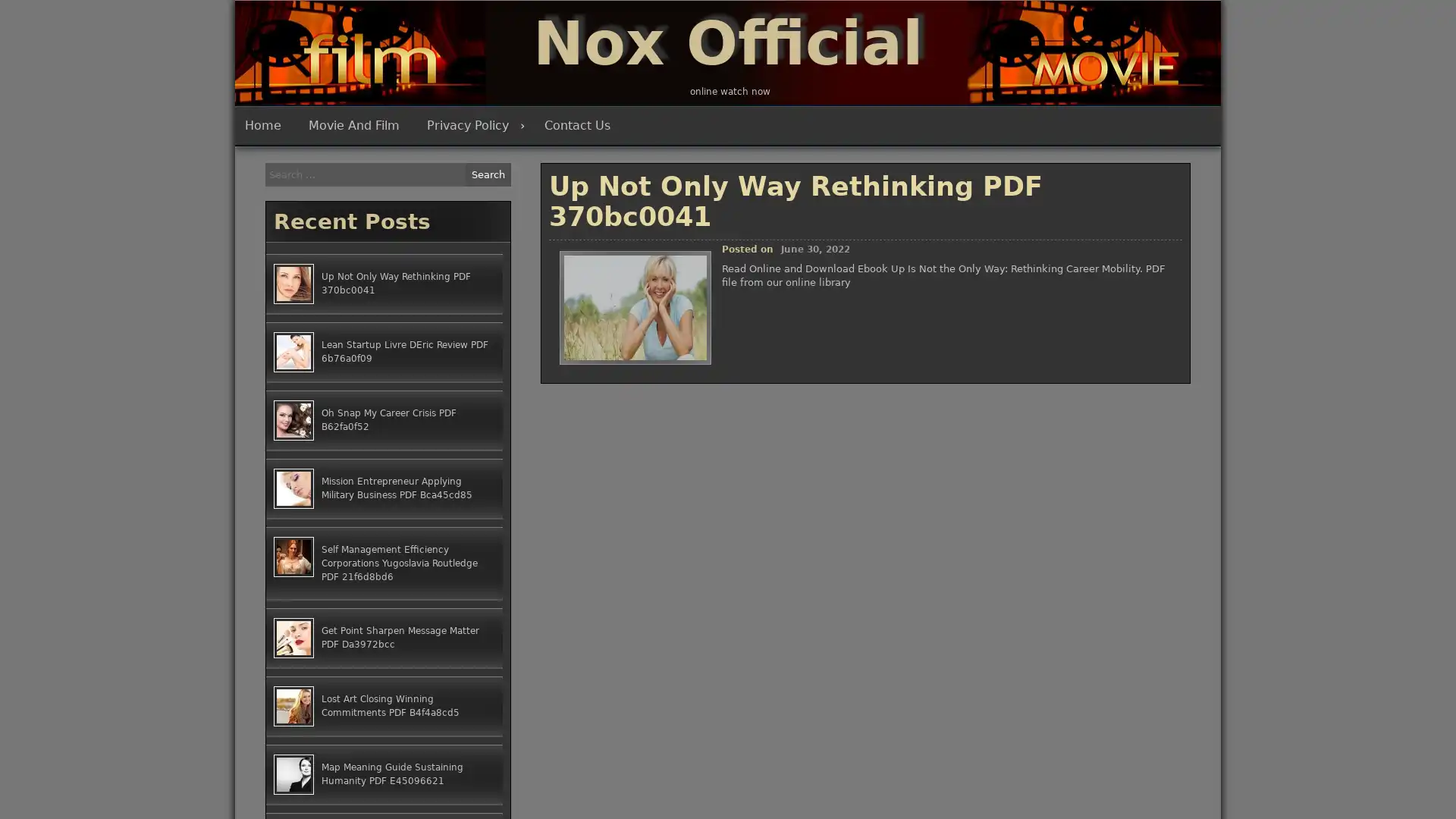 Image resolution: width=1456 pixels, height=819 pixels. What do you see at coordinates (488, 174) in the screenshot?
I see `Search` at bounding box center [488, 174].